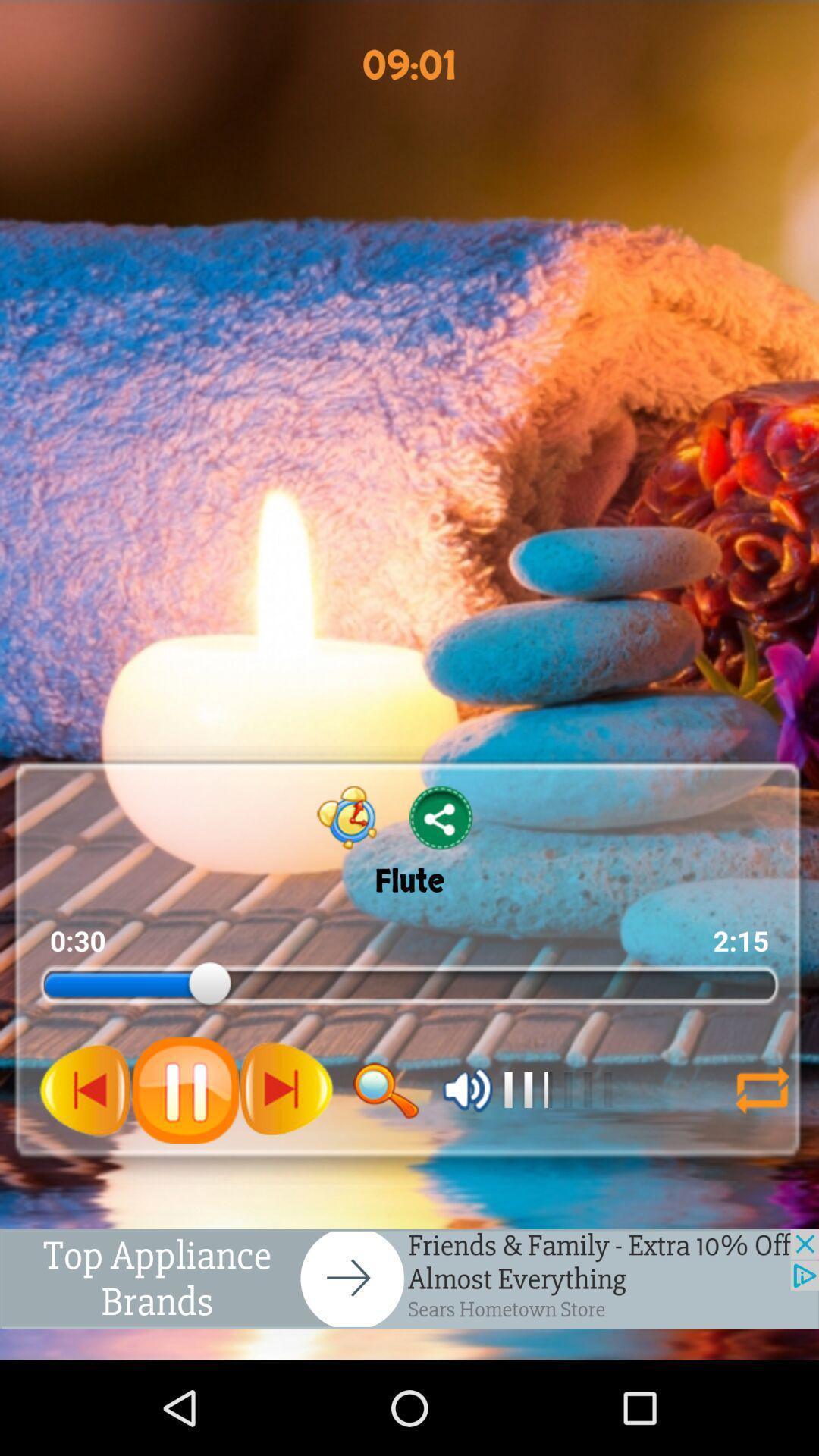 This screenshot has height=1456, width=819. I want to click on the share icon, so click(441, 875).